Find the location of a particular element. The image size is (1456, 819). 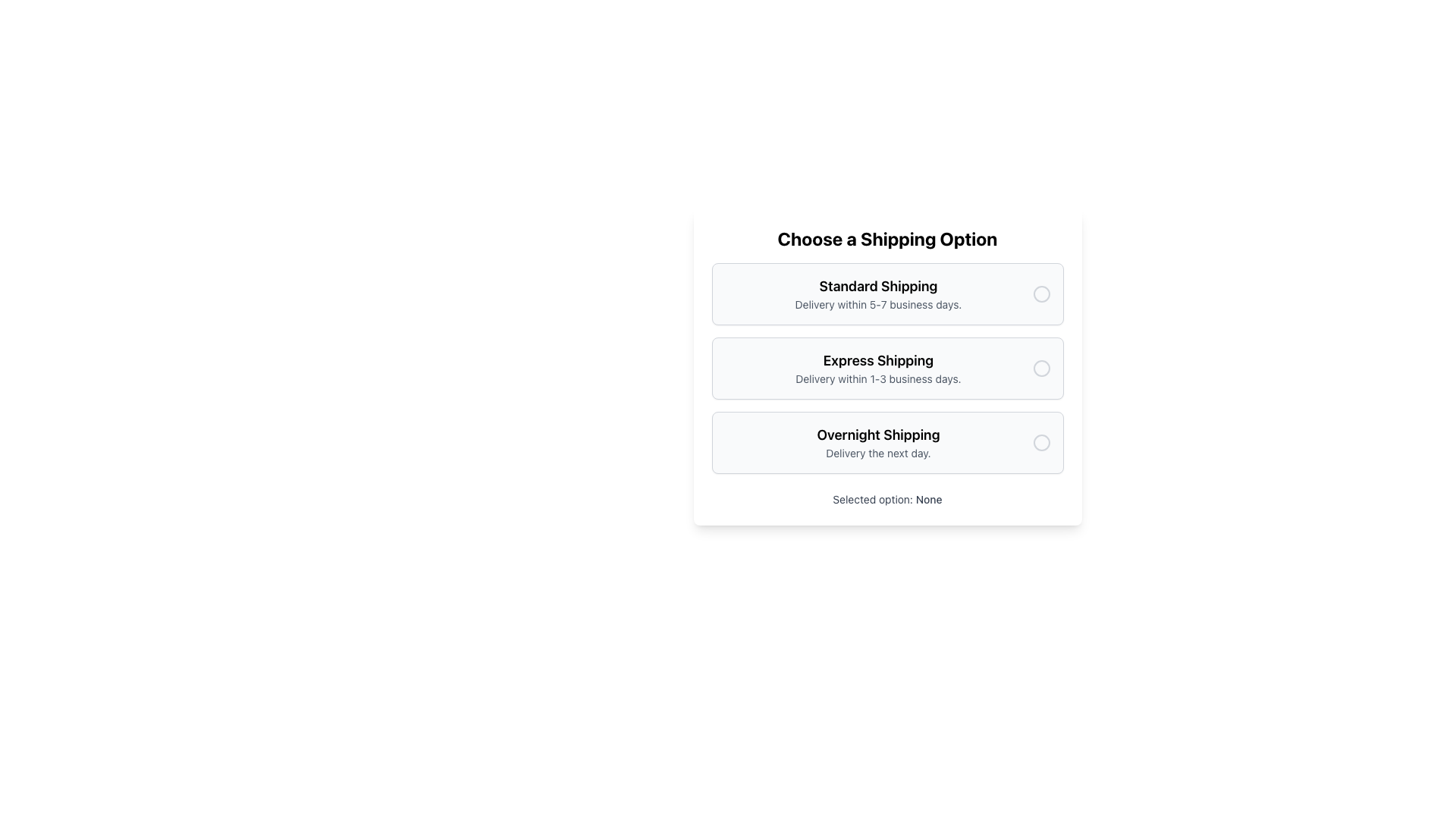

the text label that displays 'Selected option: None', which is styled in gray color and located below the last shipping option 'Overnight Shipping' is located at coordinates (887, 500).